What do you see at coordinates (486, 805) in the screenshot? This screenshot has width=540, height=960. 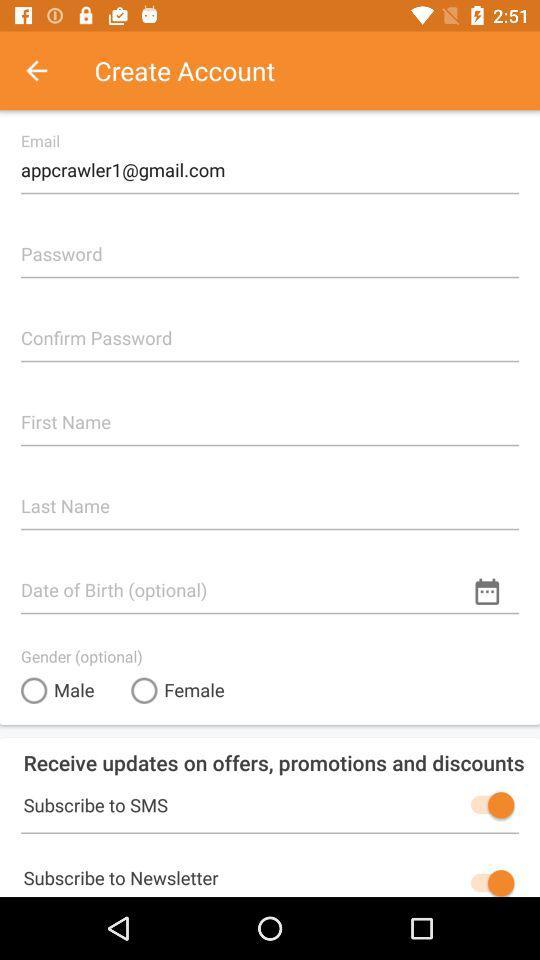 I see `sms subscription` at bounding box center [486, 805].